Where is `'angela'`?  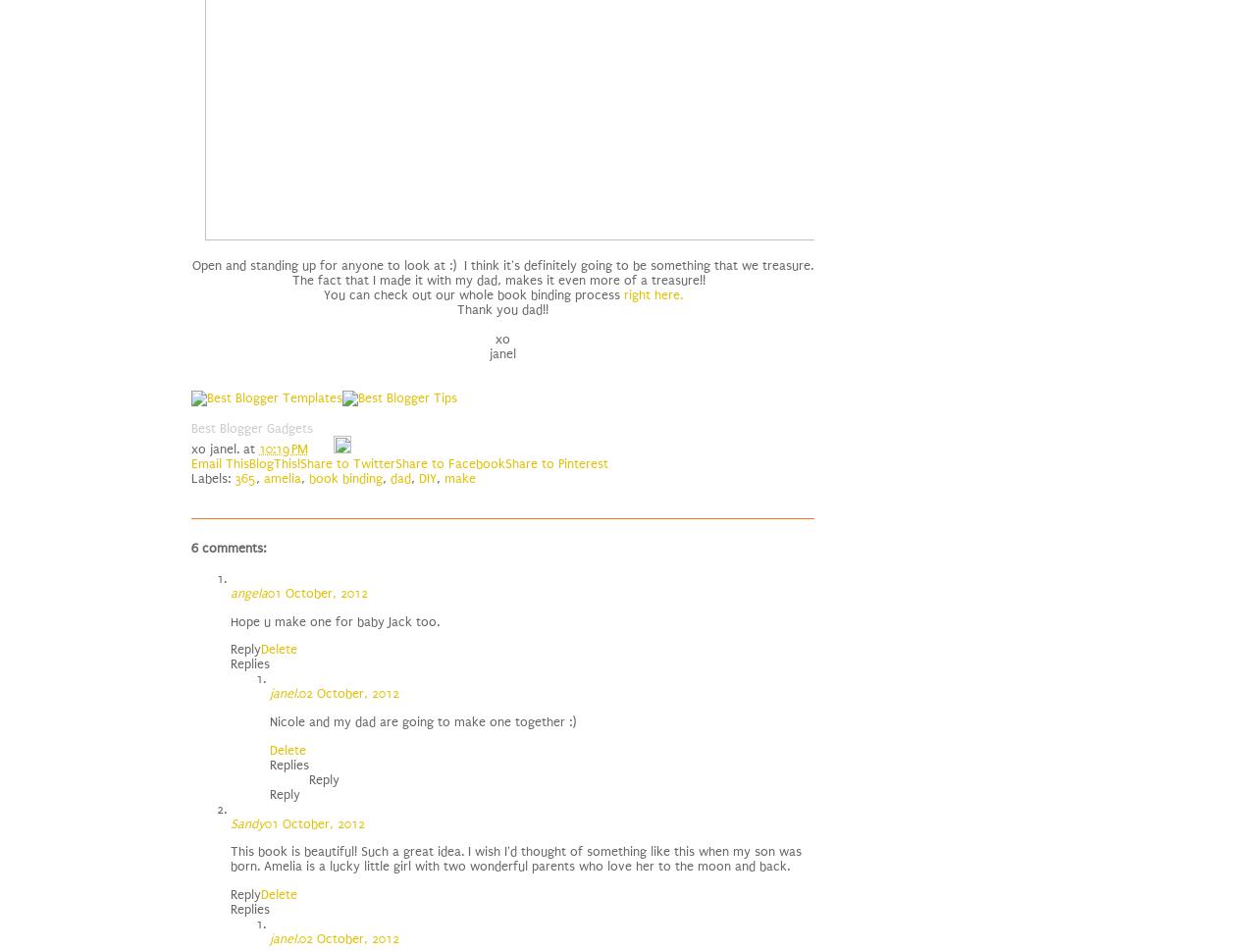 'angela' is located at coordinates (247, 593).